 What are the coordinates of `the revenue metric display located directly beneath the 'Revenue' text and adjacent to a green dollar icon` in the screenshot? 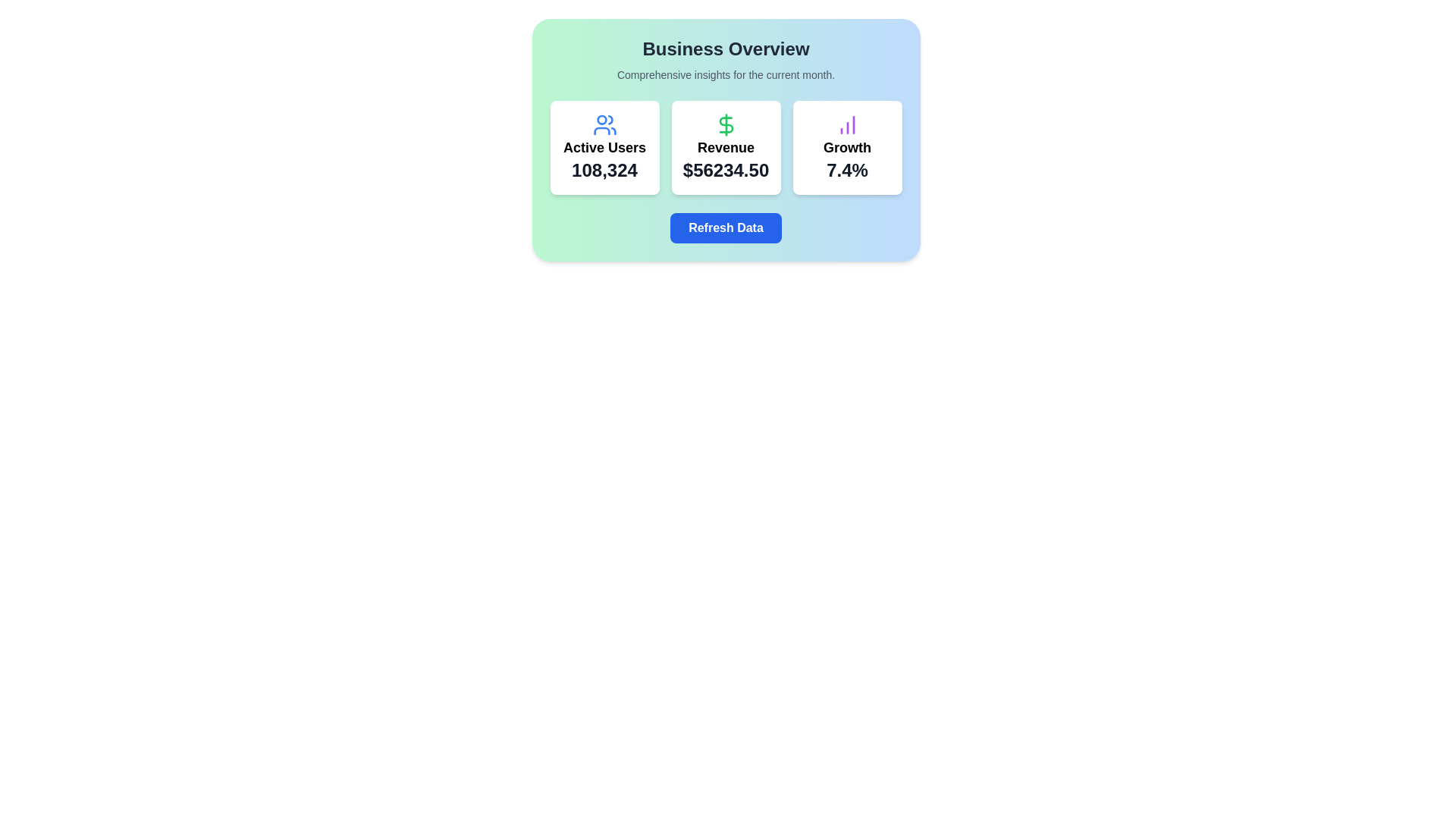 It's located at (725, 170).